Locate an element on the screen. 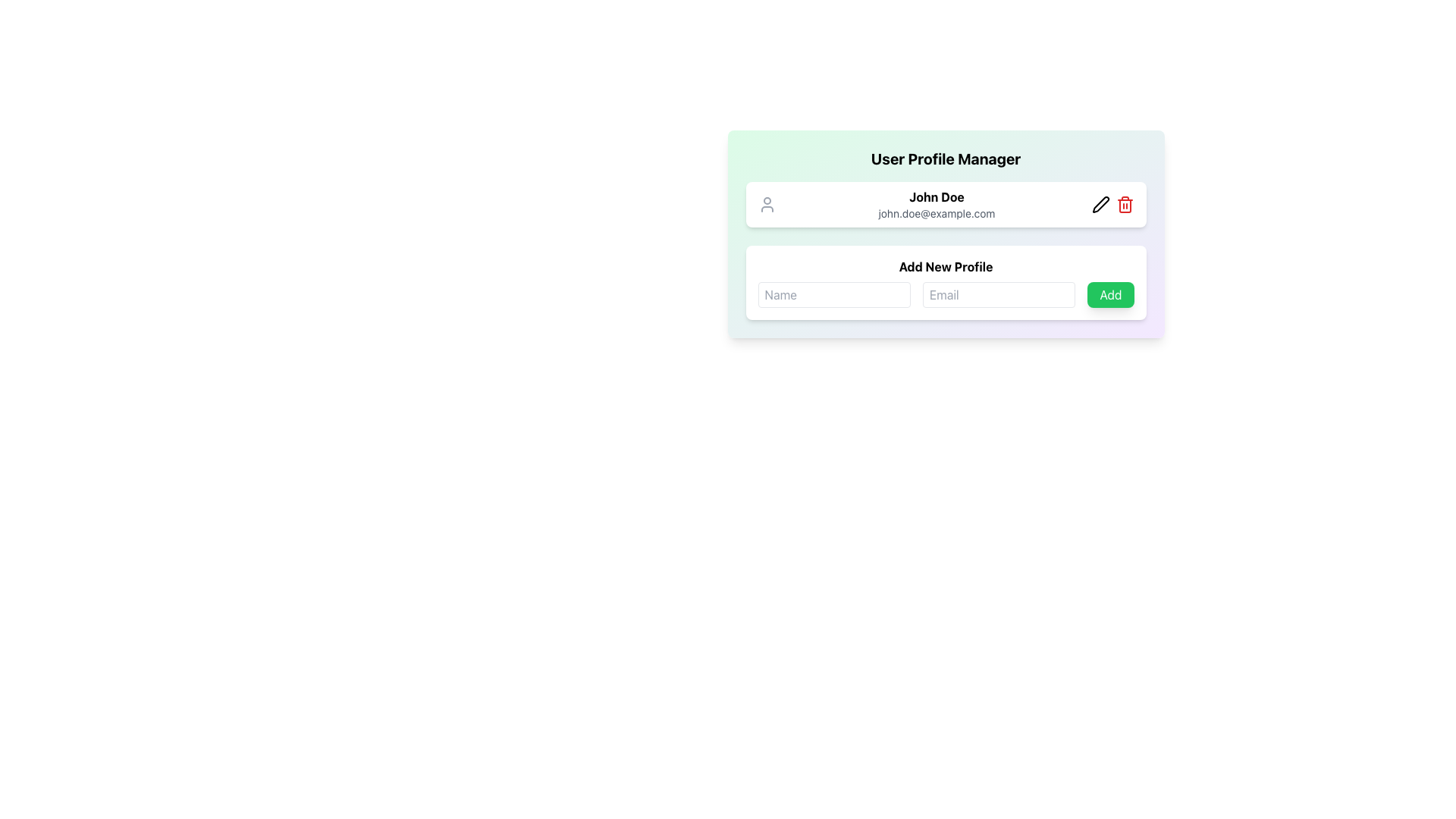 This screenshot has height=819, width=1456. the middle component of the trash bin icon located in the profile management section, specifically positioned in the top-right corner of the user profile card is located at coordinates (1125, 206).